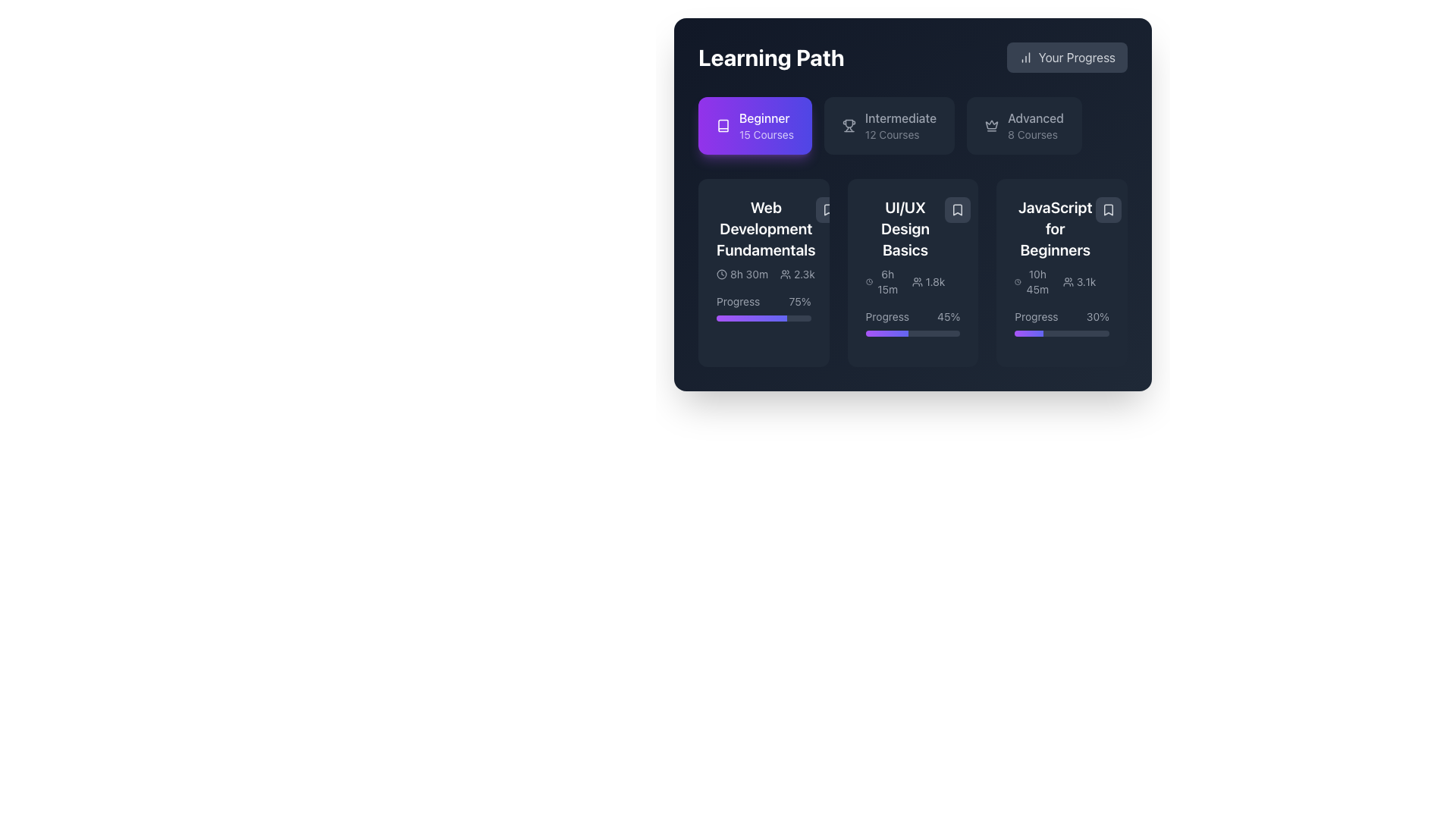 This screenshot has height=819, width=1456. Describe the element at coordinates (1052, 332) in the screenshot. I see `the progress value` at that location.